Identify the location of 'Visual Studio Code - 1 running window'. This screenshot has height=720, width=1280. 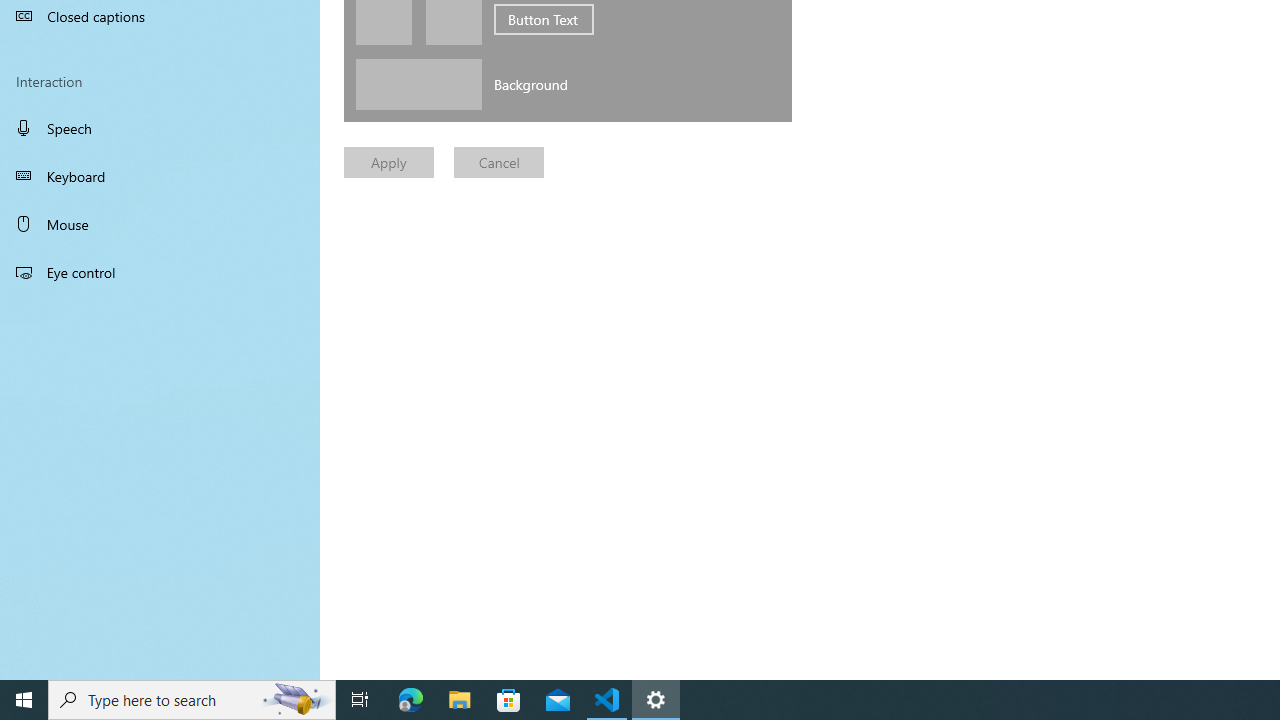
(606, 698).